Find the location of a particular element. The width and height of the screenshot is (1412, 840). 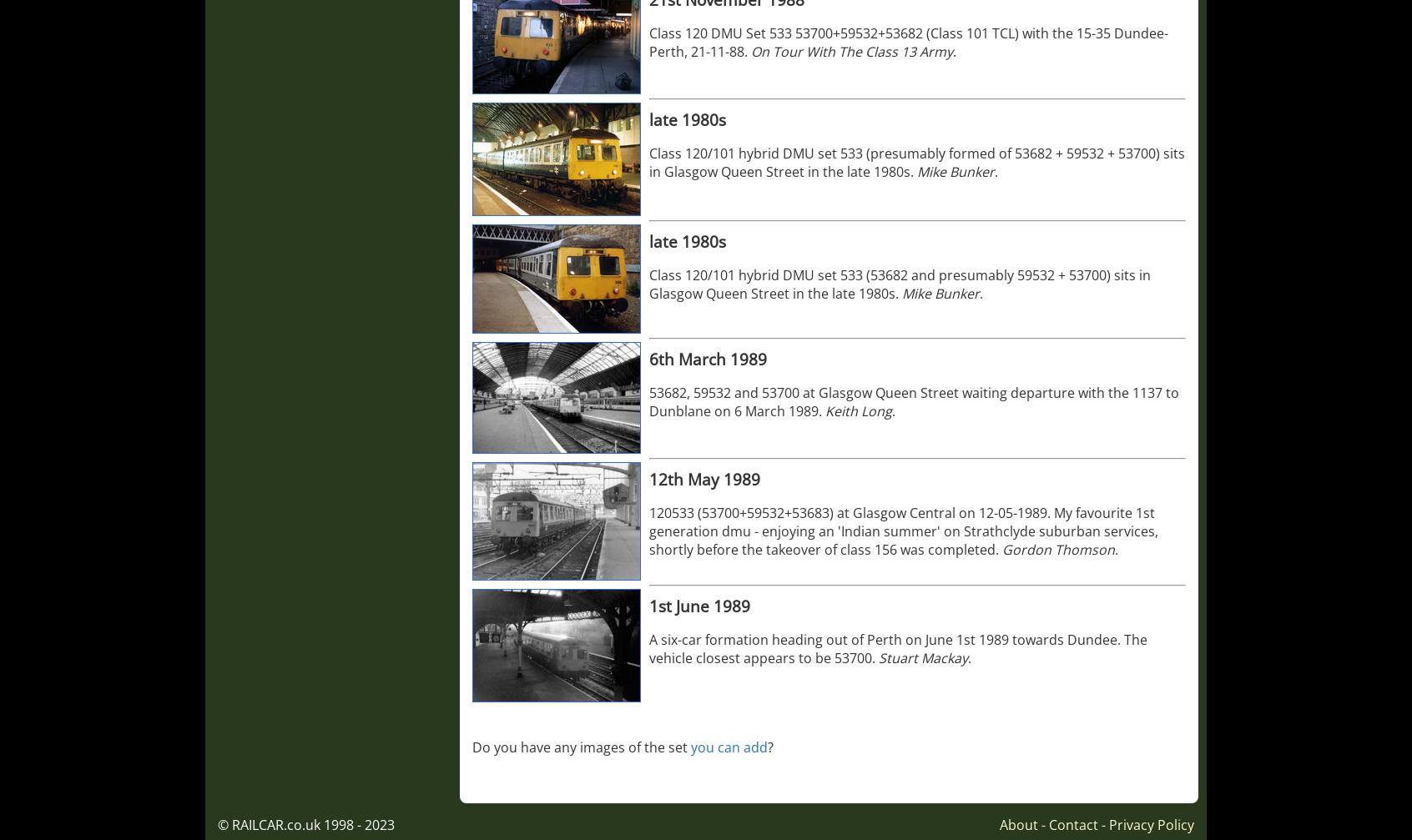

'?' is located at coordinates (770, 747).